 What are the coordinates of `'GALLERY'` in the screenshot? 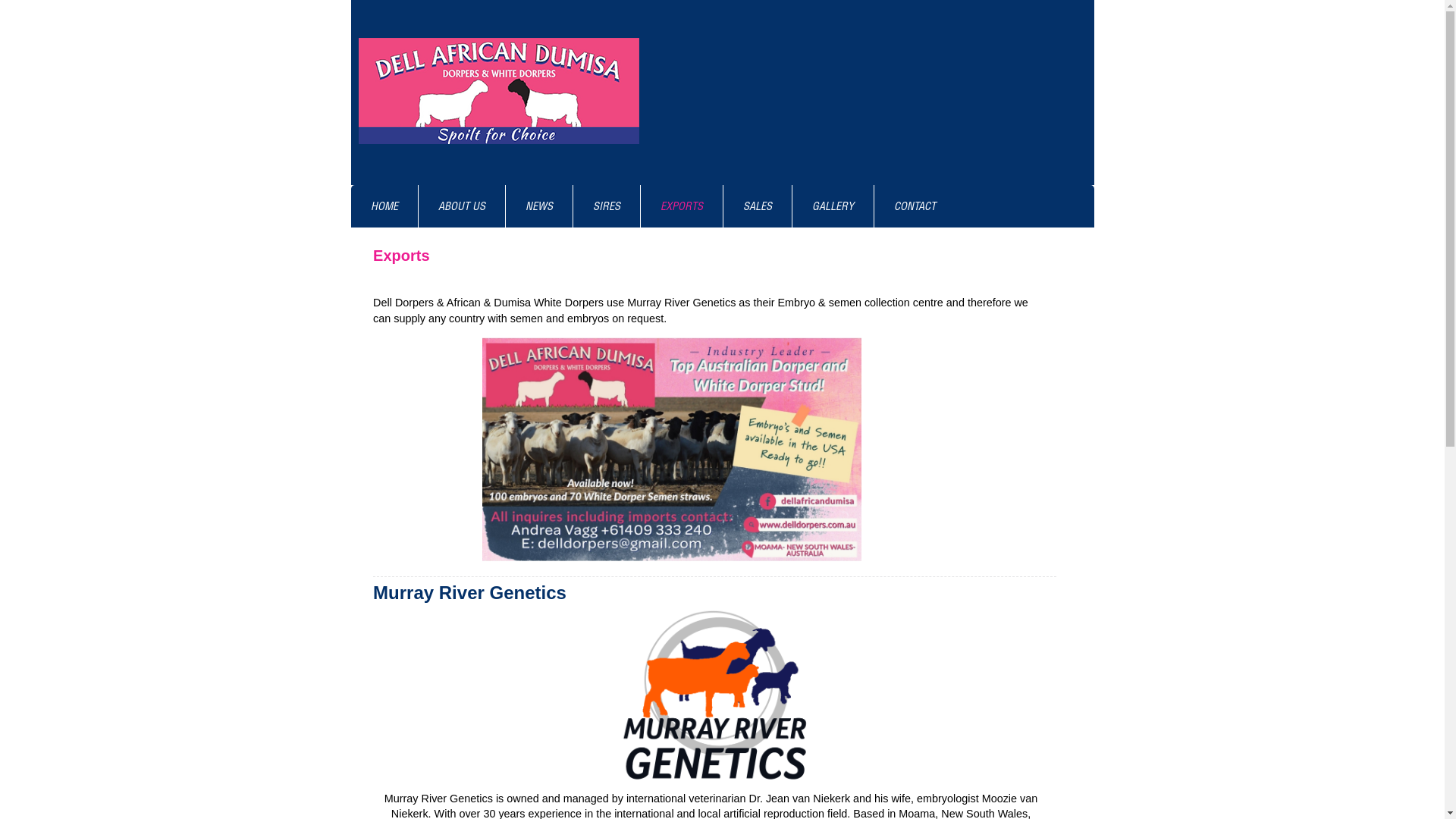 It's located at (831, 206).